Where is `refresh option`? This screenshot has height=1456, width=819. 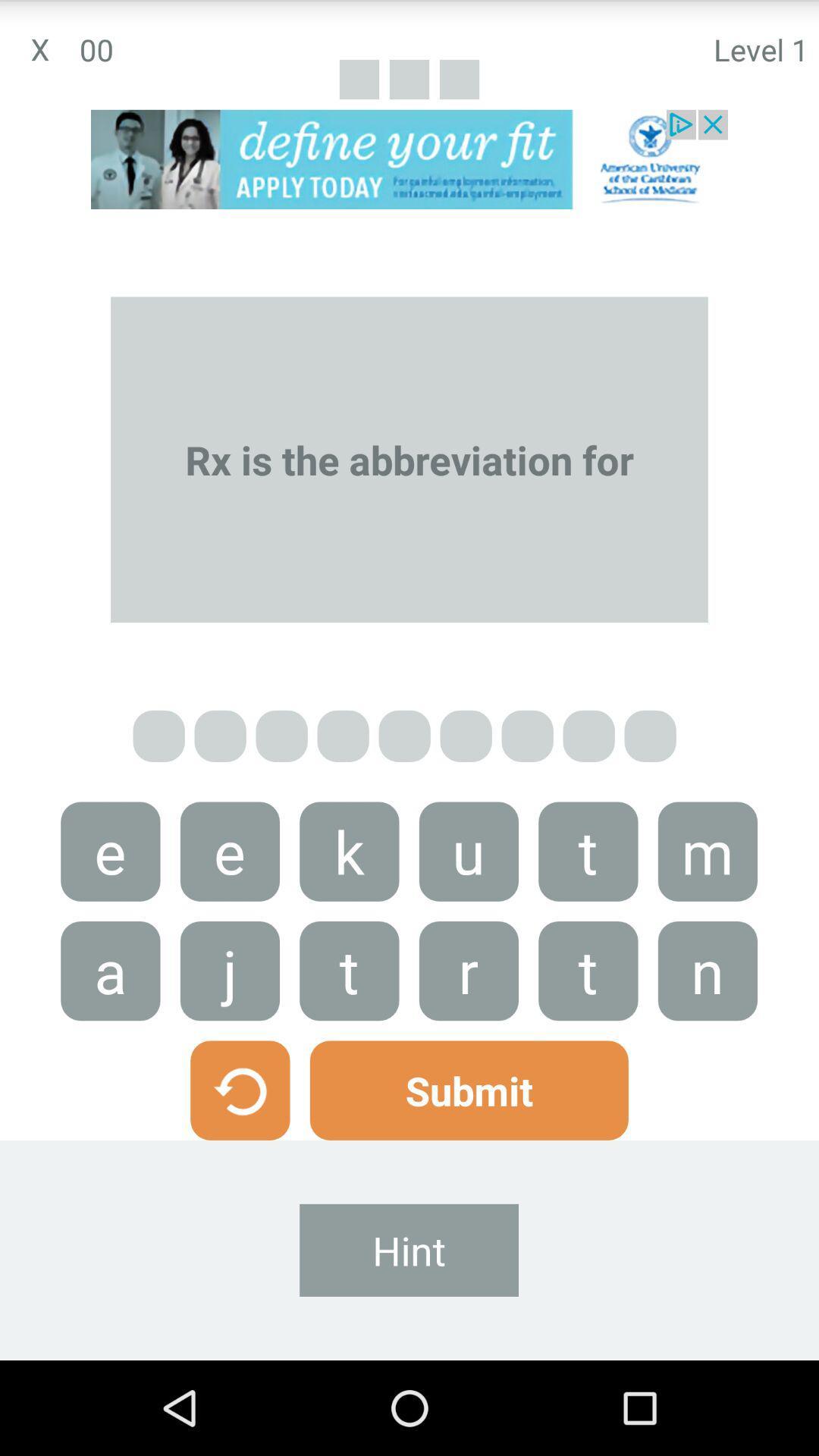 refresh option is located at coordinates (239, 1090).